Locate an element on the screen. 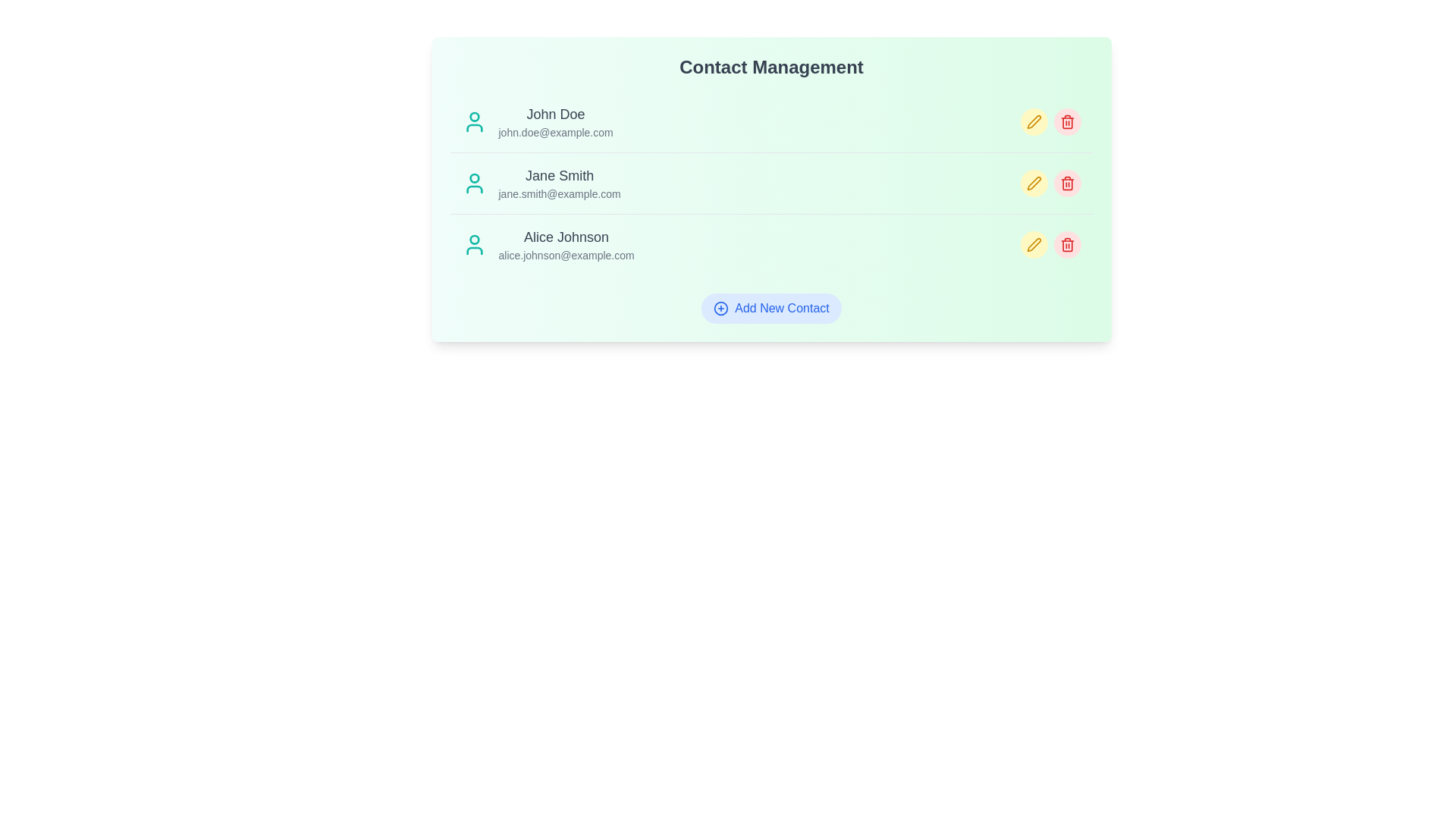 This screenshot has height=819, width=1456. the contact with email john.doe@example.com is located at coordinates (555, 121).